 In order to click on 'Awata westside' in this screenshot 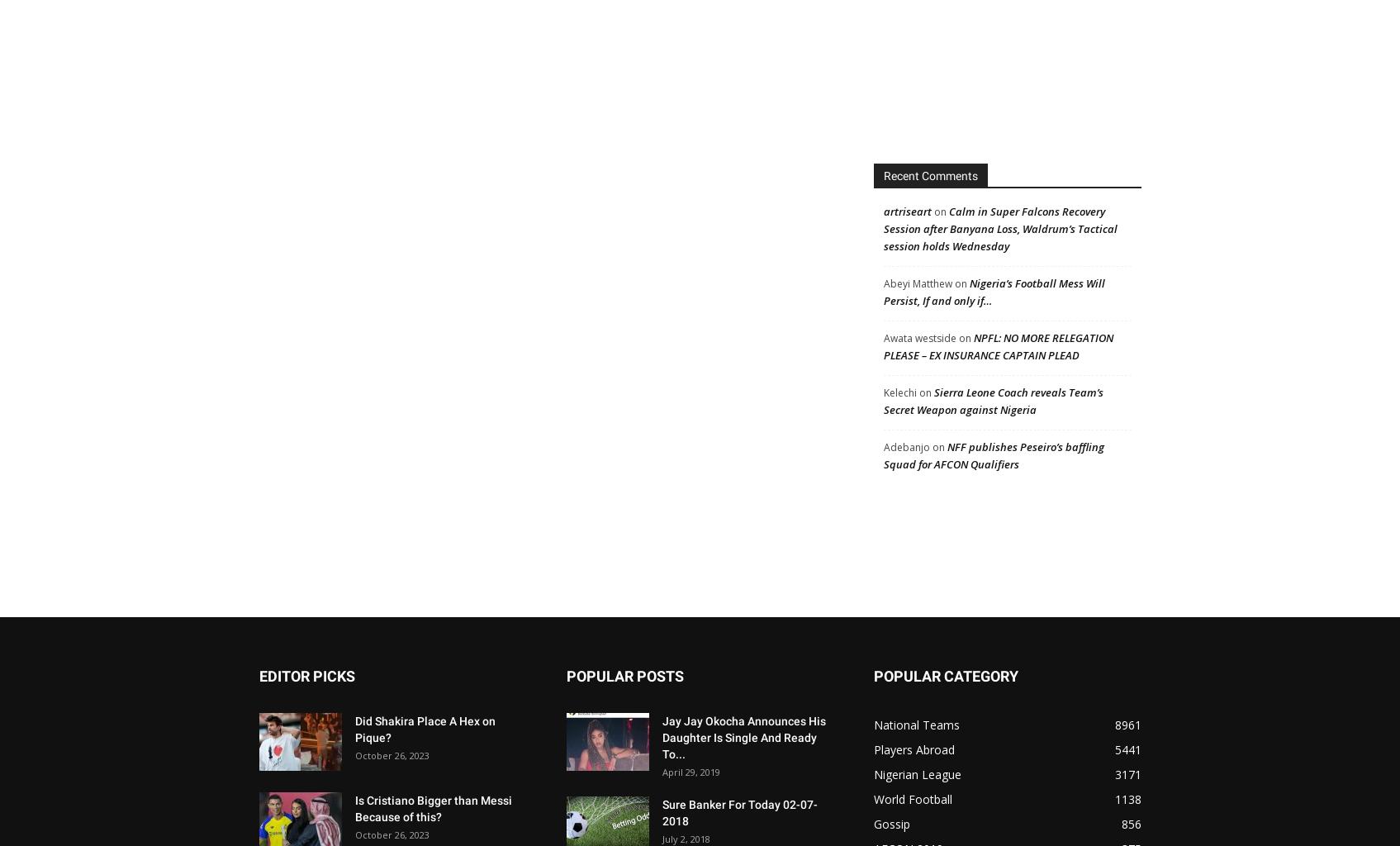, I will do `click(918, 337)`.